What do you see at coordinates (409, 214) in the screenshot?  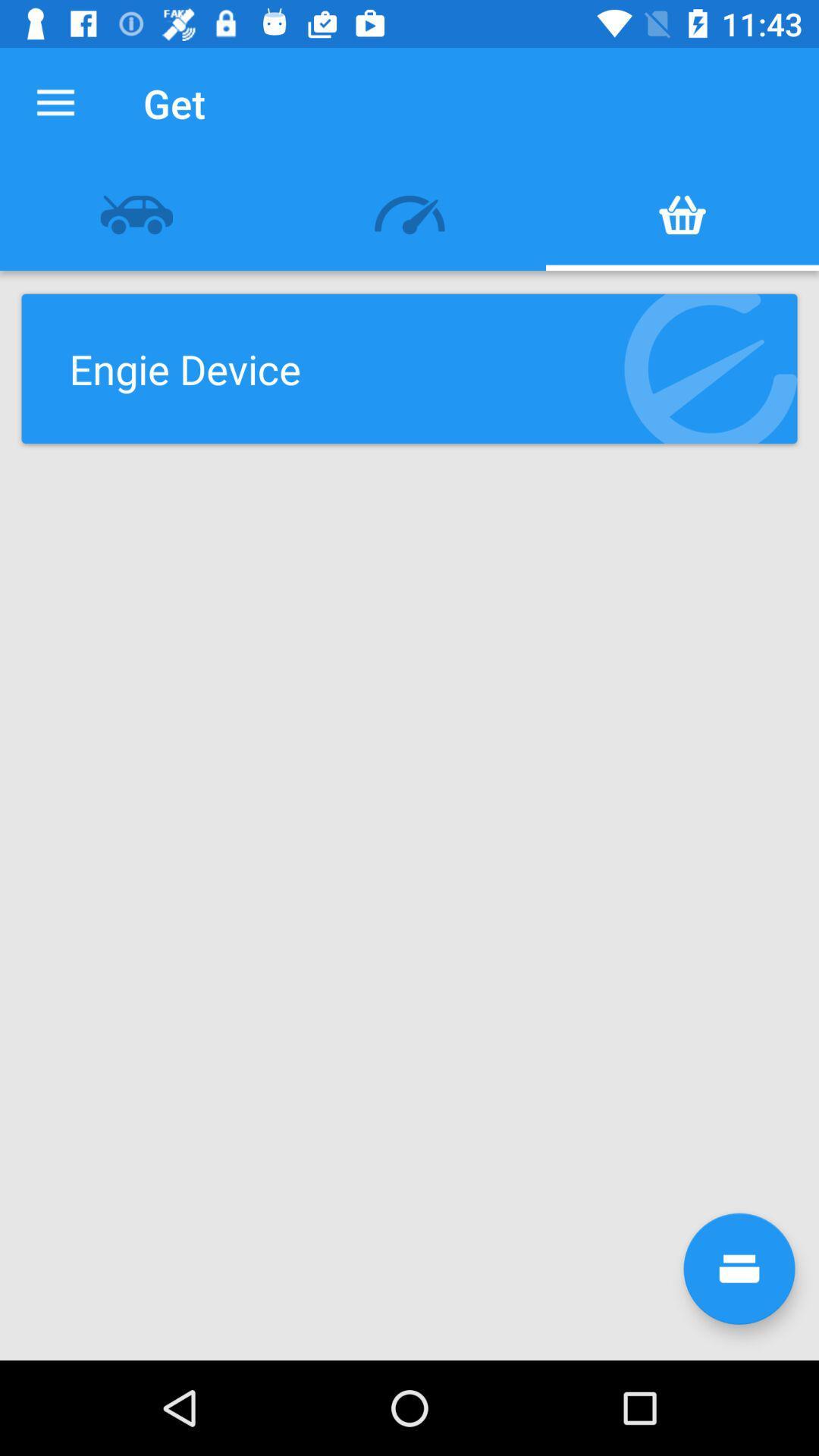 I see `icon above engie device item` at bounding box center [409, 214].